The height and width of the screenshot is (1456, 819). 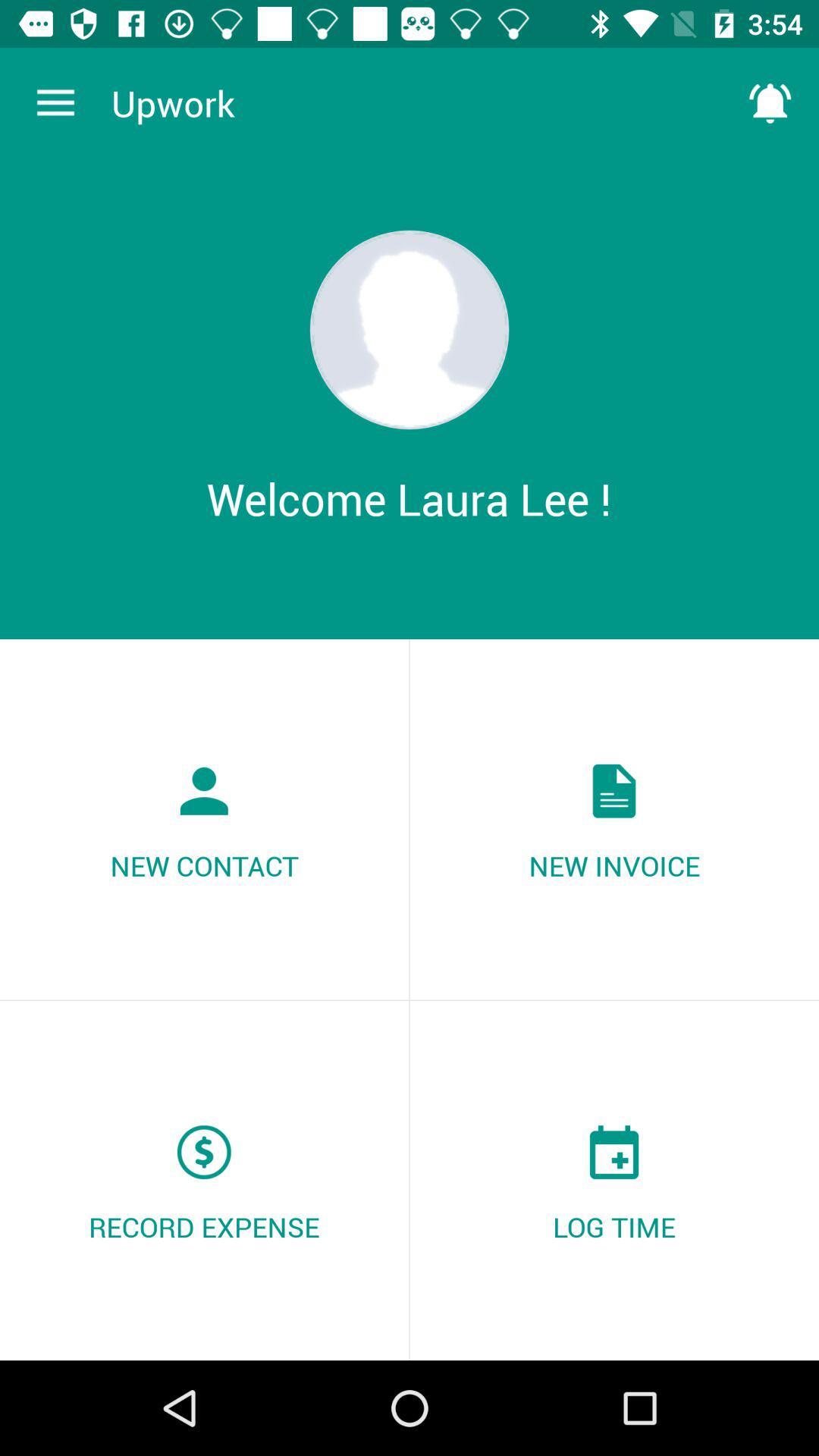 I want to click on icon above new contact, so click(x=55, y=102).